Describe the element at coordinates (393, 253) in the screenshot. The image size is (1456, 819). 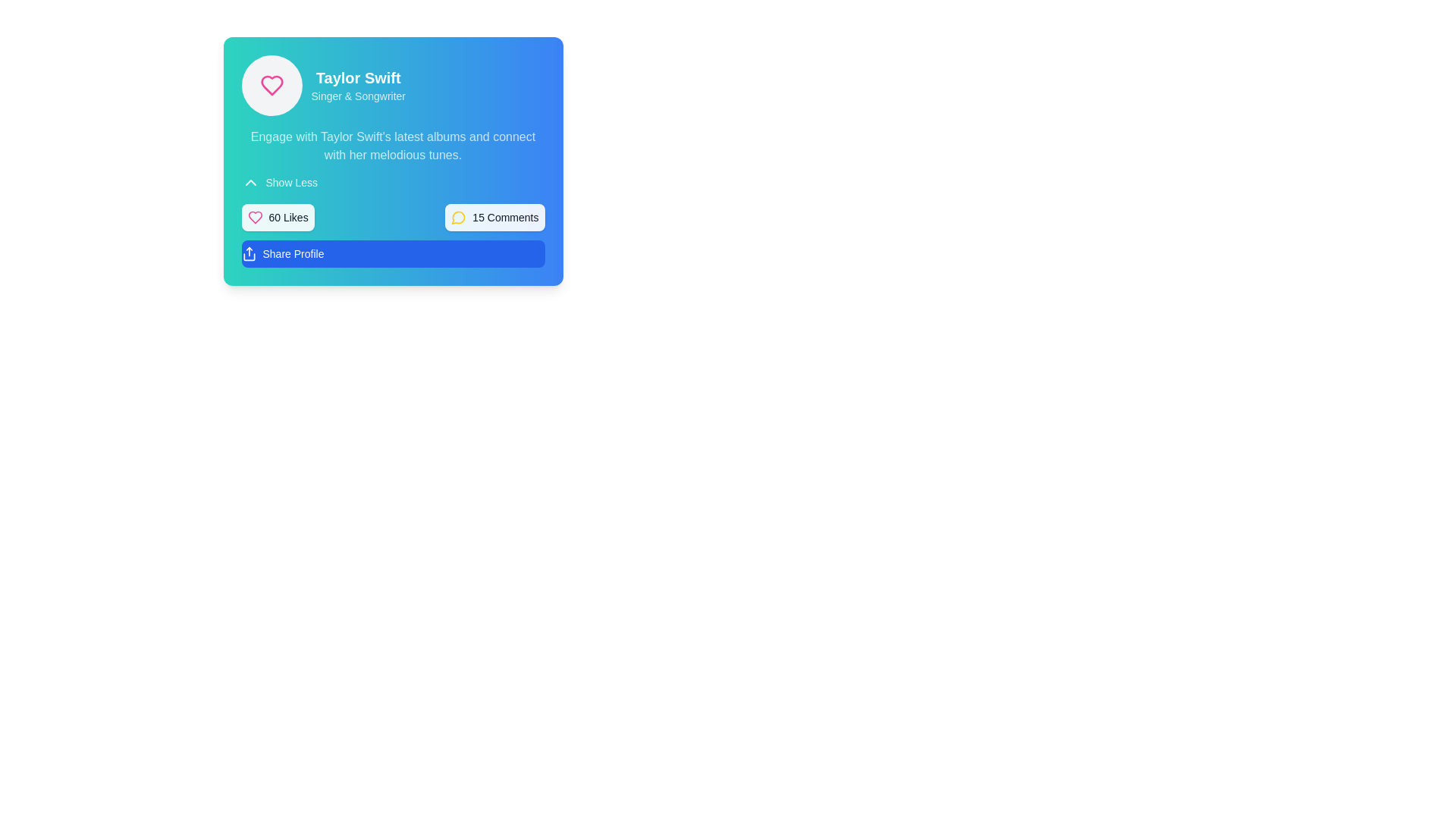
I see `the share button located beneath the '60 Likes' and '15 Comments' sections to share the associated profile` at that location.